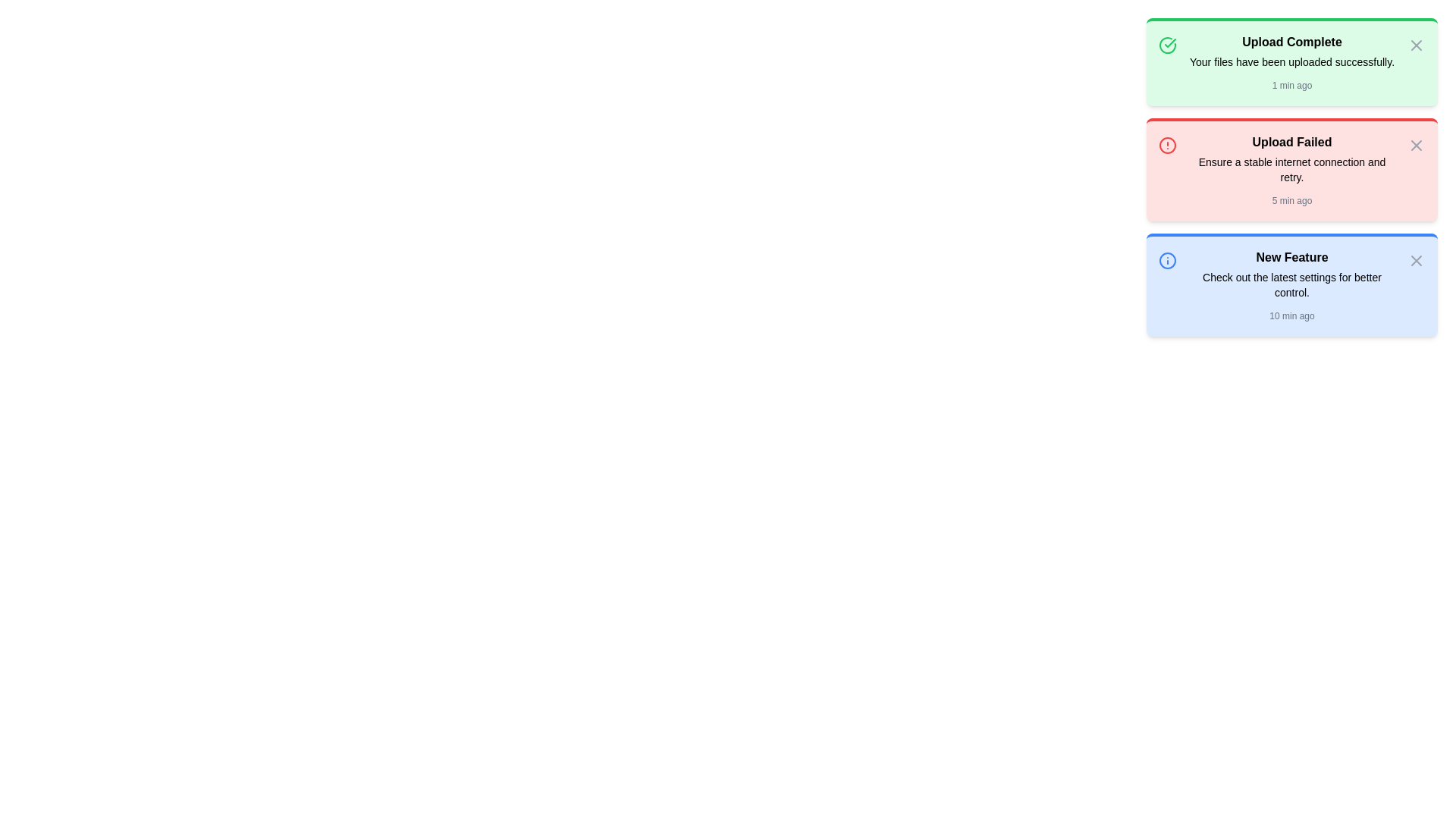  What do you see at coordinates (1291, 169) in the screenshot?
I see `text message that says 'Ensure a stable internet connection and retry.' which is styled in a smaller font size and located under the bold header 'Upload Failed' in a red background panel` at bounding box center [1291, 169].